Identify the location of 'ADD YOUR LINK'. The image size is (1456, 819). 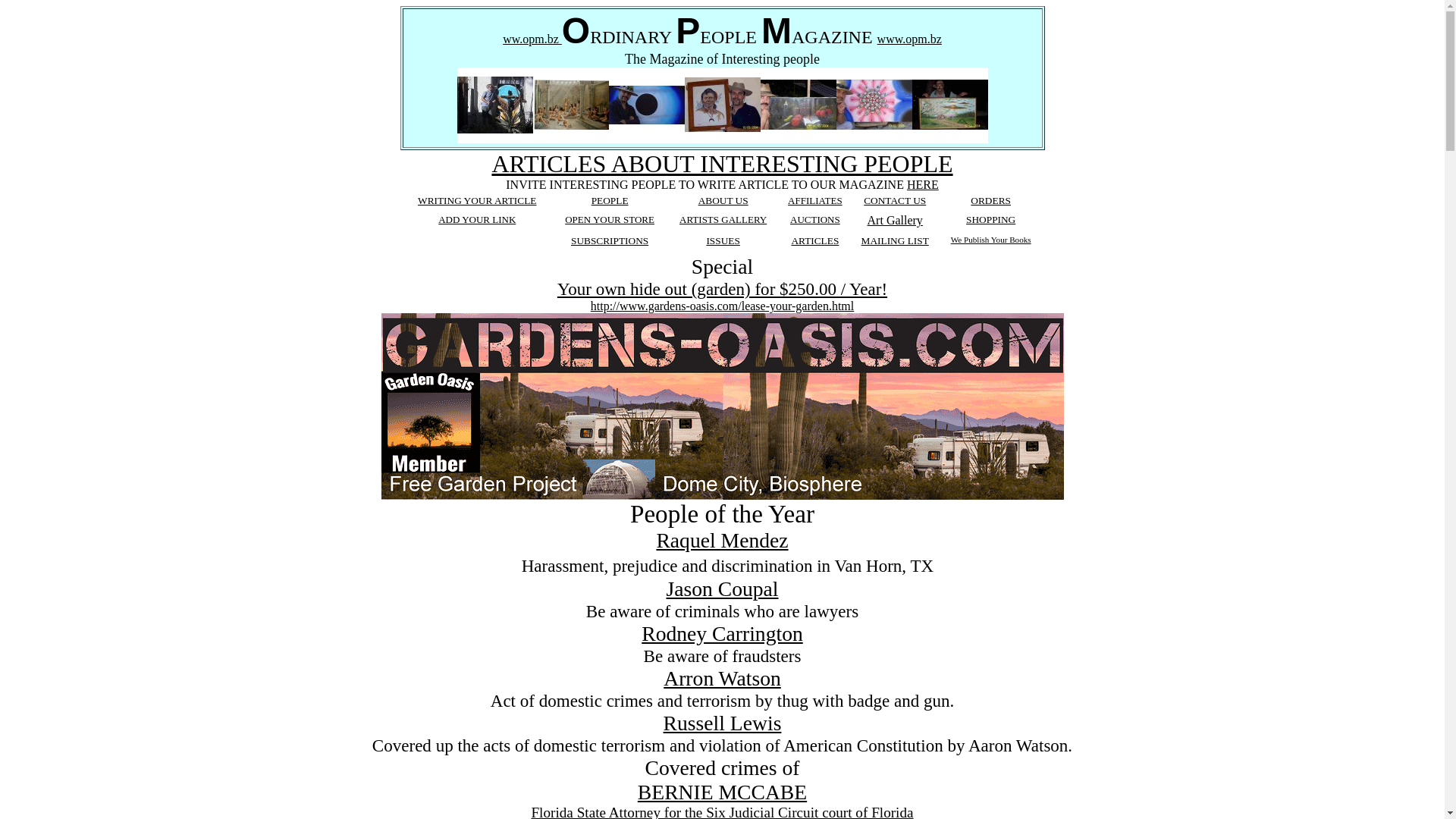
(475, 219).